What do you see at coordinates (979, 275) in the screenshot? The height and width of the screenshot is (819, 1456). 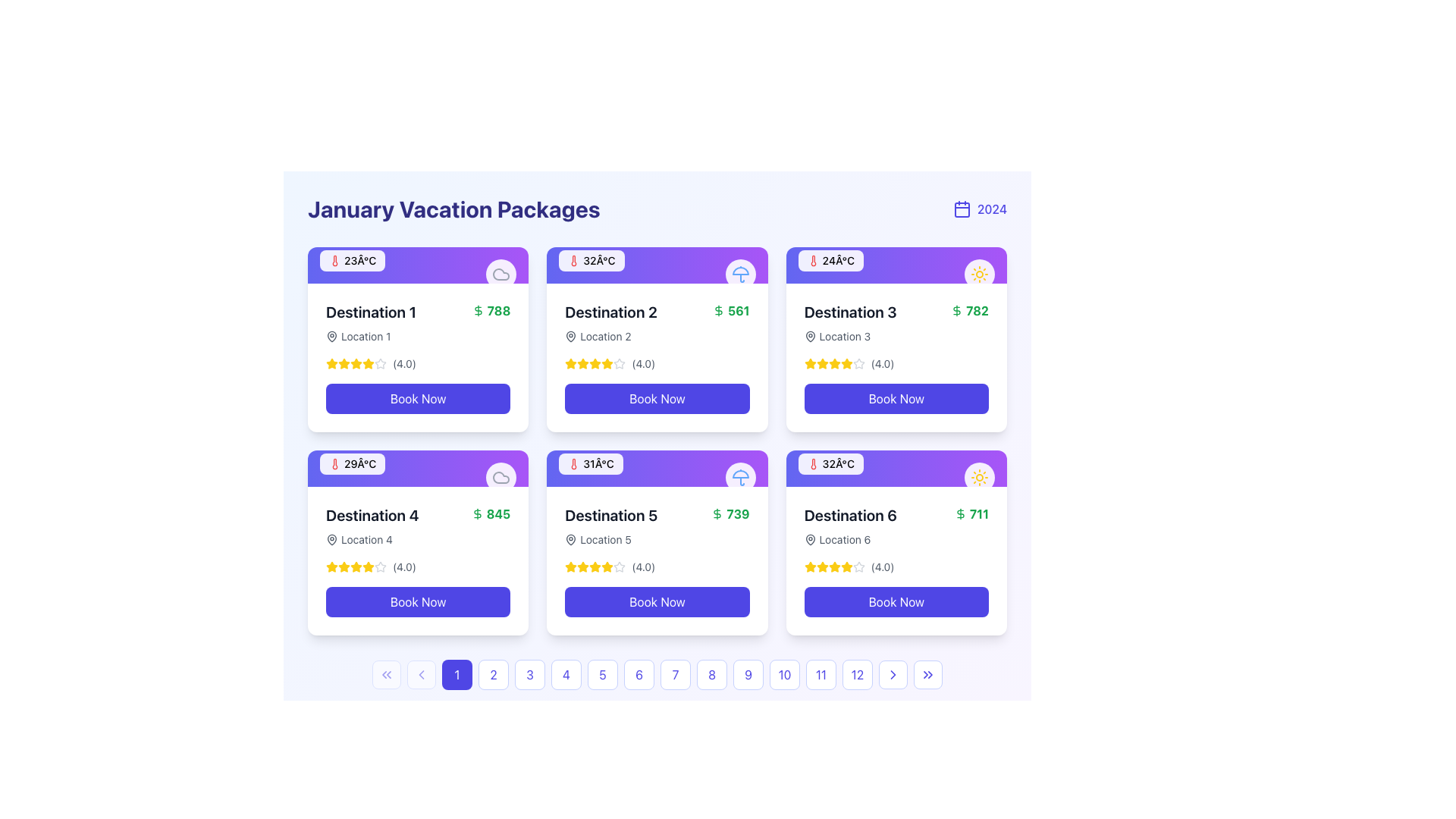 I see `the stylized sun icon, which has a circular yellow center and symmetric rays, located in the top-right corner of the main interface` at bounding box center [979, 275].